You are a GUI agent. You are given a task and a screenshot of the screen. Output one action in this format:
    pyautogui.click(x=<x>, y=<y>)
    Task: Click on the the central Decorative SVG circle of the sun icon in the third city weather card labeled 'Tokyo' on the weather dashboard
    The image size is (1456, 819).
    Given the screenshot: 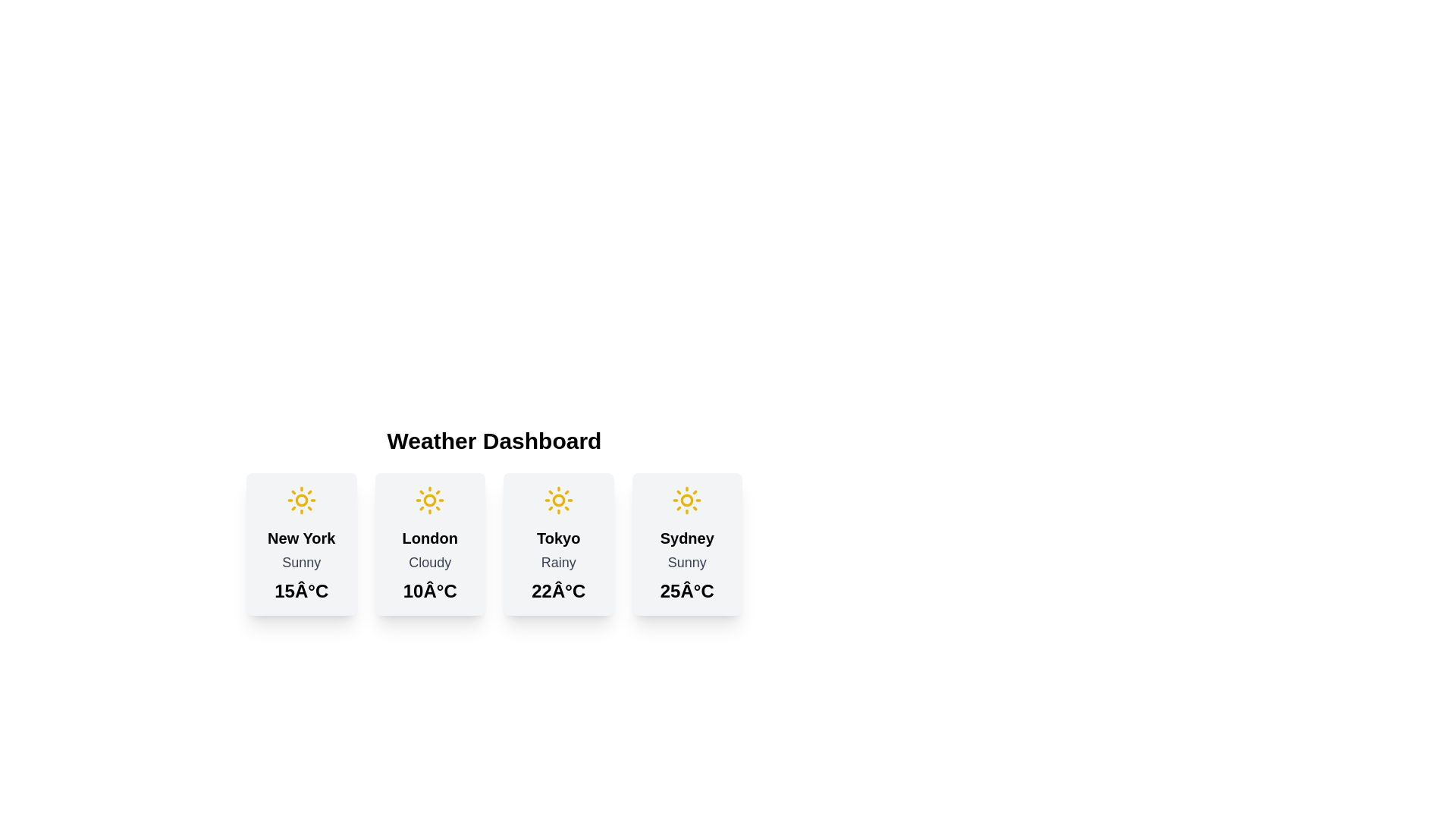 What is the action you would take?
    pyautogui.click(x=557, y=500)
    